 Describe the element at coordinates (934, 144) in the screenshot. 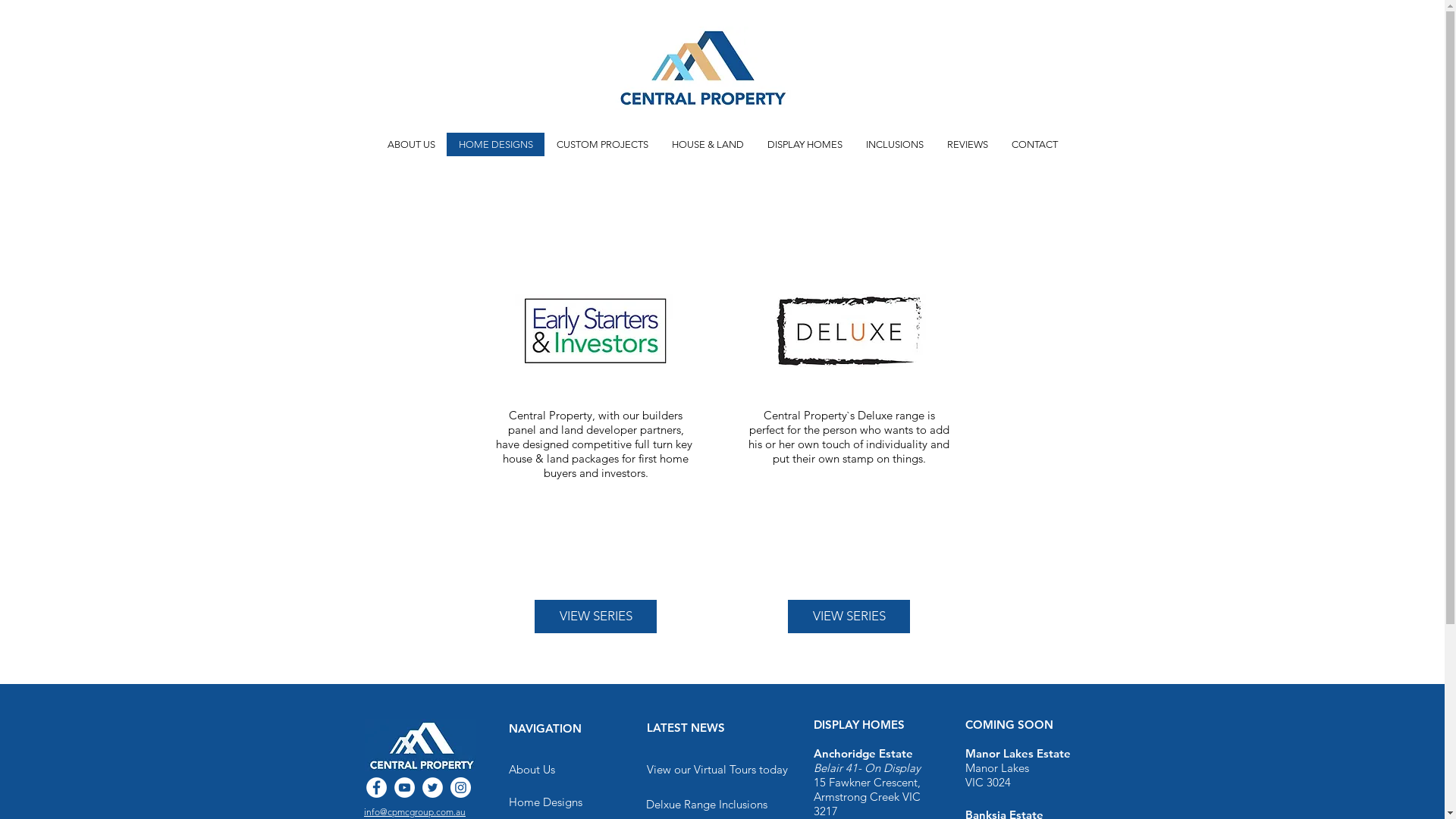

I see `'REVIEWS'` at that location.